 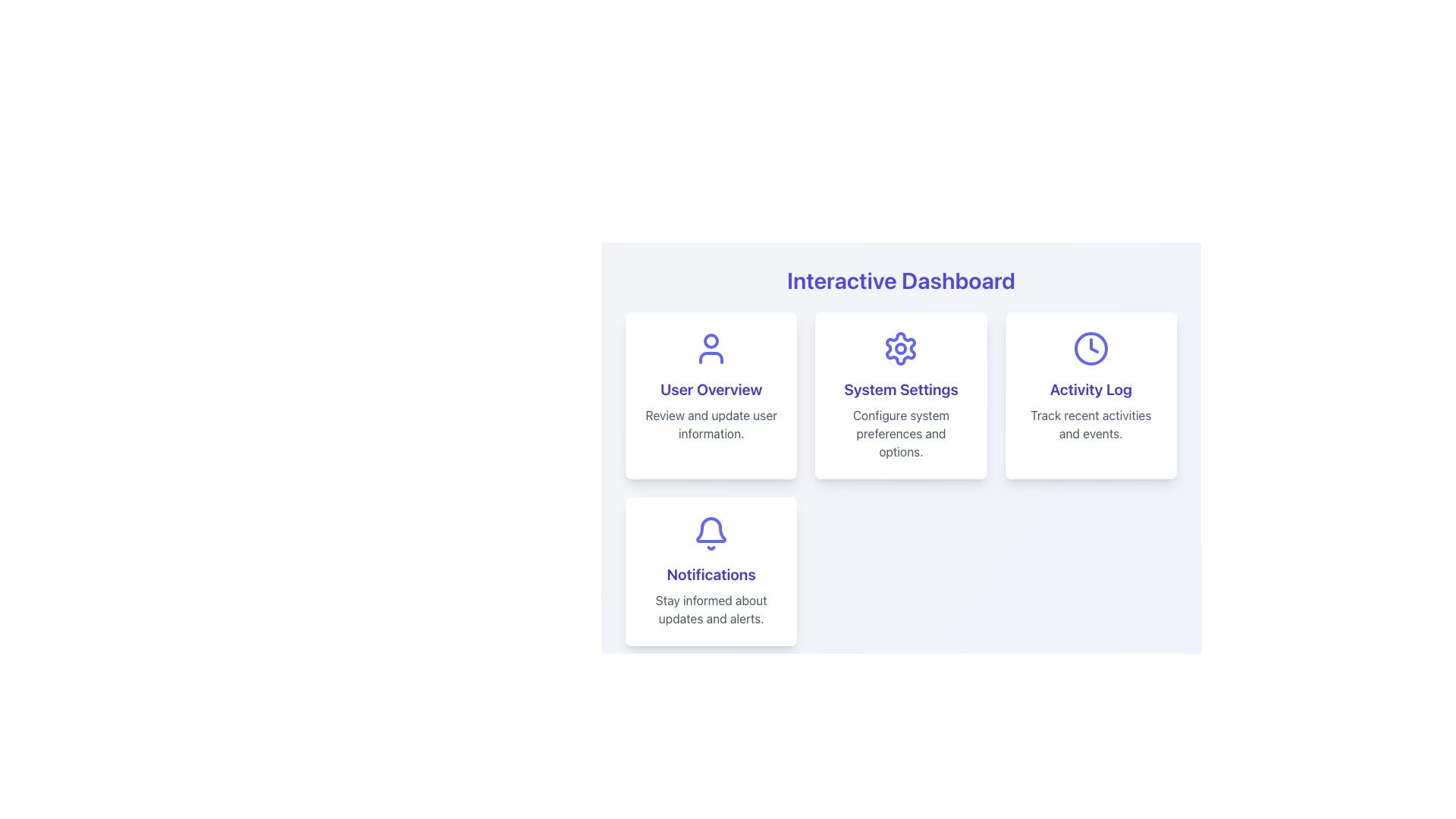 I want to click on the notifications icon located at the top-center of the 'Notifications' card, which symbolizes updates and alerts, so click(x=711, y=533).